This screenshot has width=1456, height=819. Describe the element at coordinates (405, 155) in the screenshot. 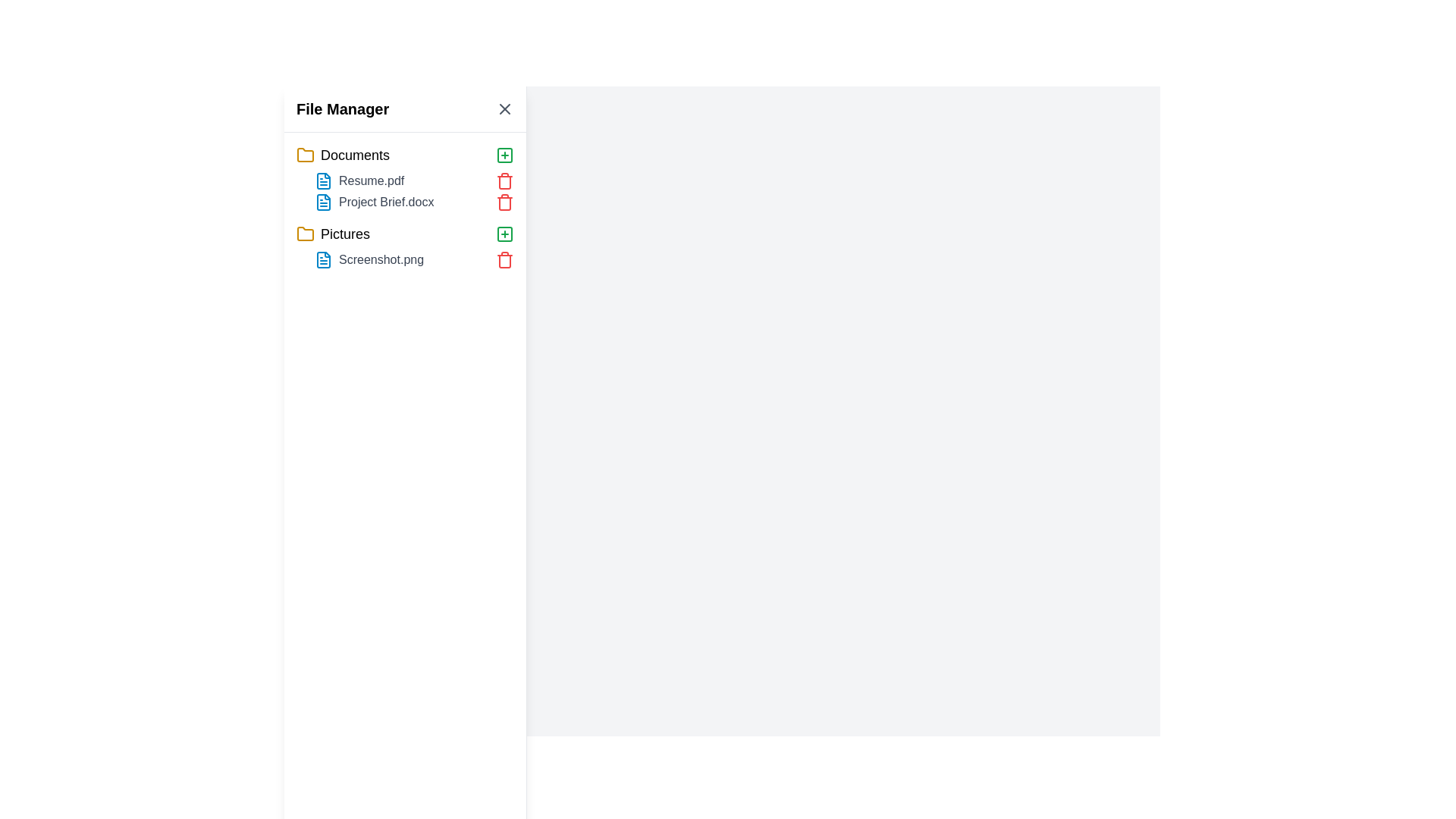

I see `the 'Documents' folder element` at that location.